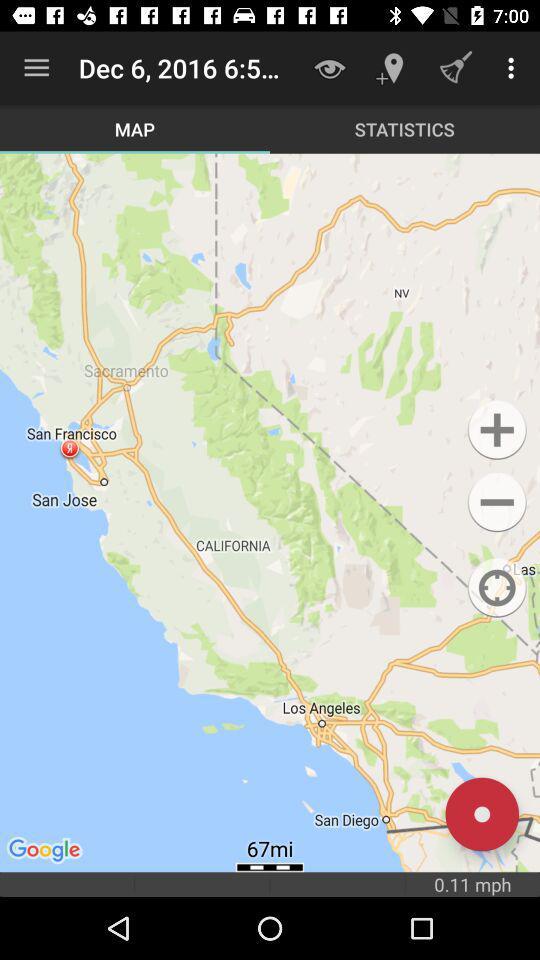 The width and height of the screenshot is (540, 960). Describe the element at coordinates (496, 430) in the screenshot. I see `zoom the map` at that location.